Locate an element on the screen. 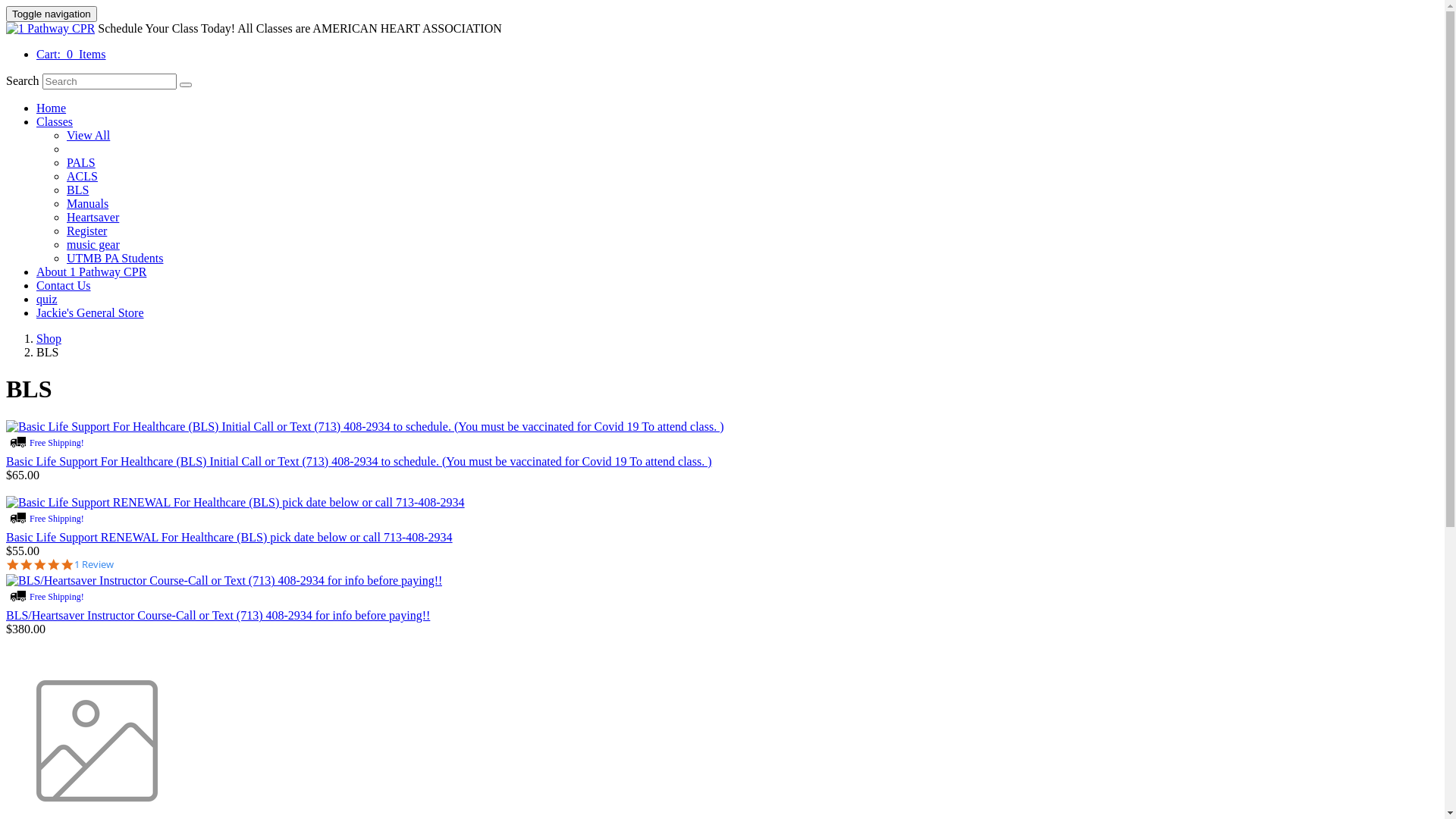 The image size is (1456, 819). 'Cart:  0  Items' is located at coordinates (71, 53).